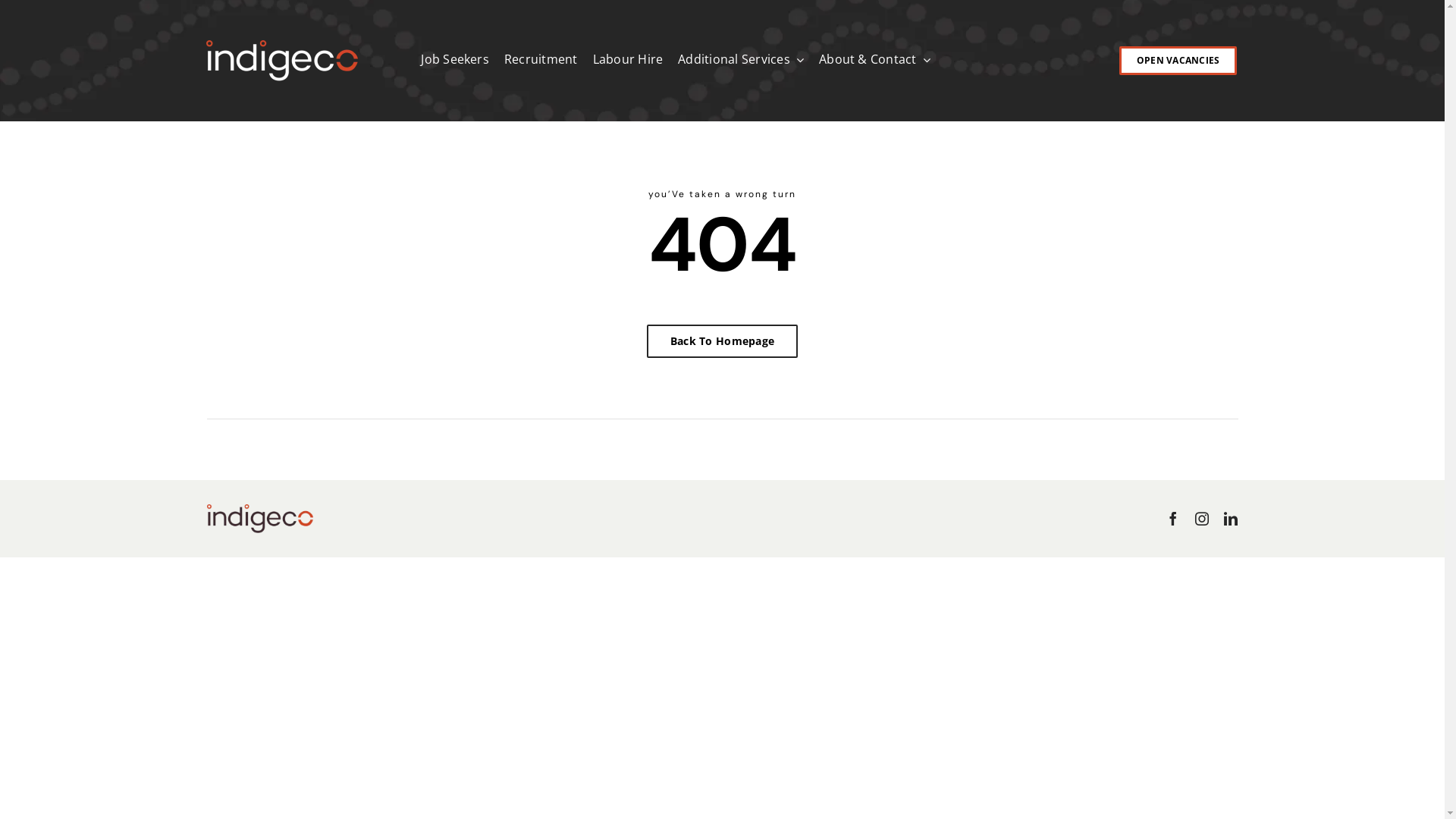 The width and height of the screenshot is (1456, 819). What do you see at coordinates (1200, 517) in the screenshot?
I see `'Instagram'` at bounding box center [1200, 517].